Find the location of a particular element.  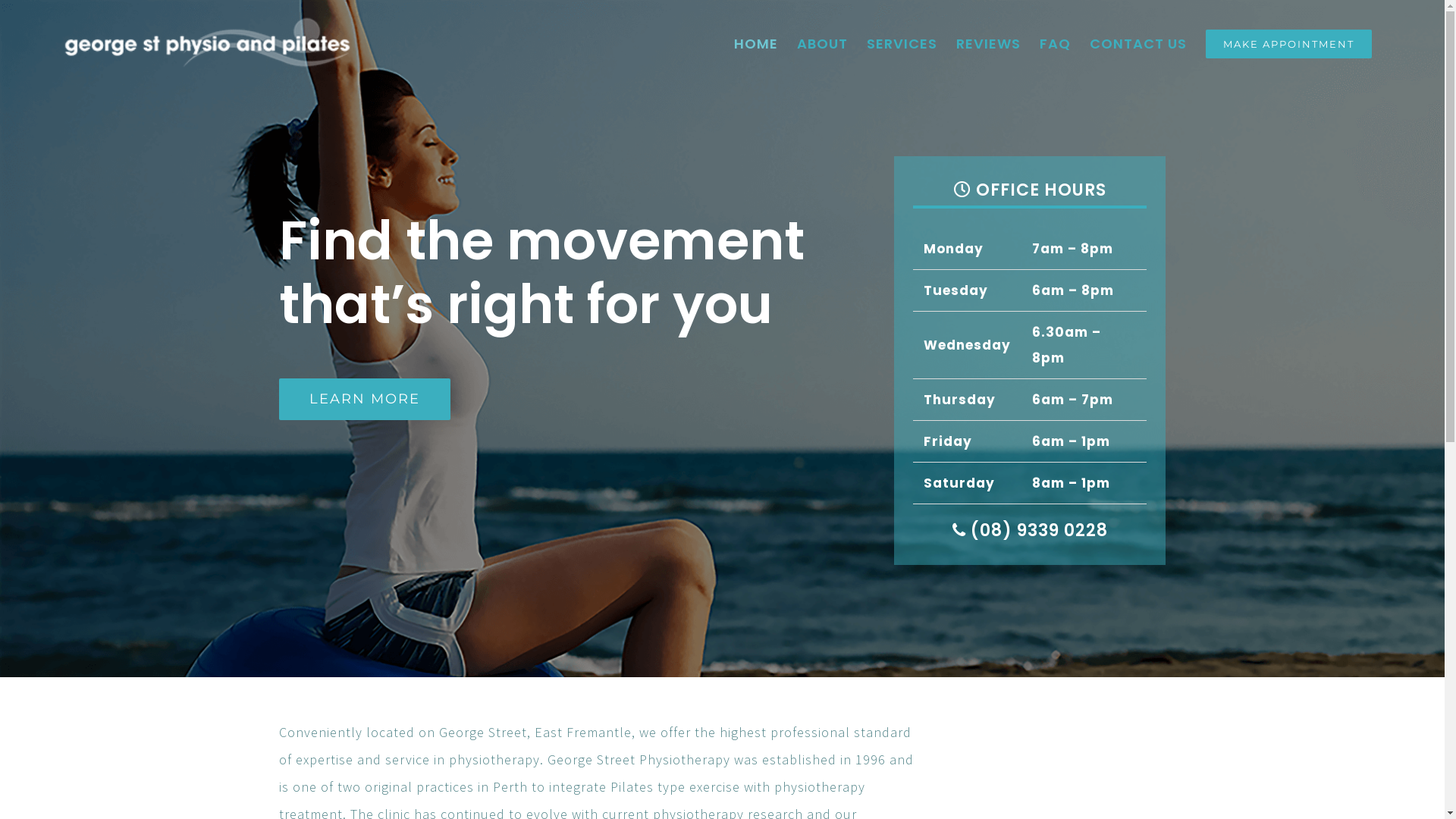

'LEARN MORE' is located at coordinates (364, 398).